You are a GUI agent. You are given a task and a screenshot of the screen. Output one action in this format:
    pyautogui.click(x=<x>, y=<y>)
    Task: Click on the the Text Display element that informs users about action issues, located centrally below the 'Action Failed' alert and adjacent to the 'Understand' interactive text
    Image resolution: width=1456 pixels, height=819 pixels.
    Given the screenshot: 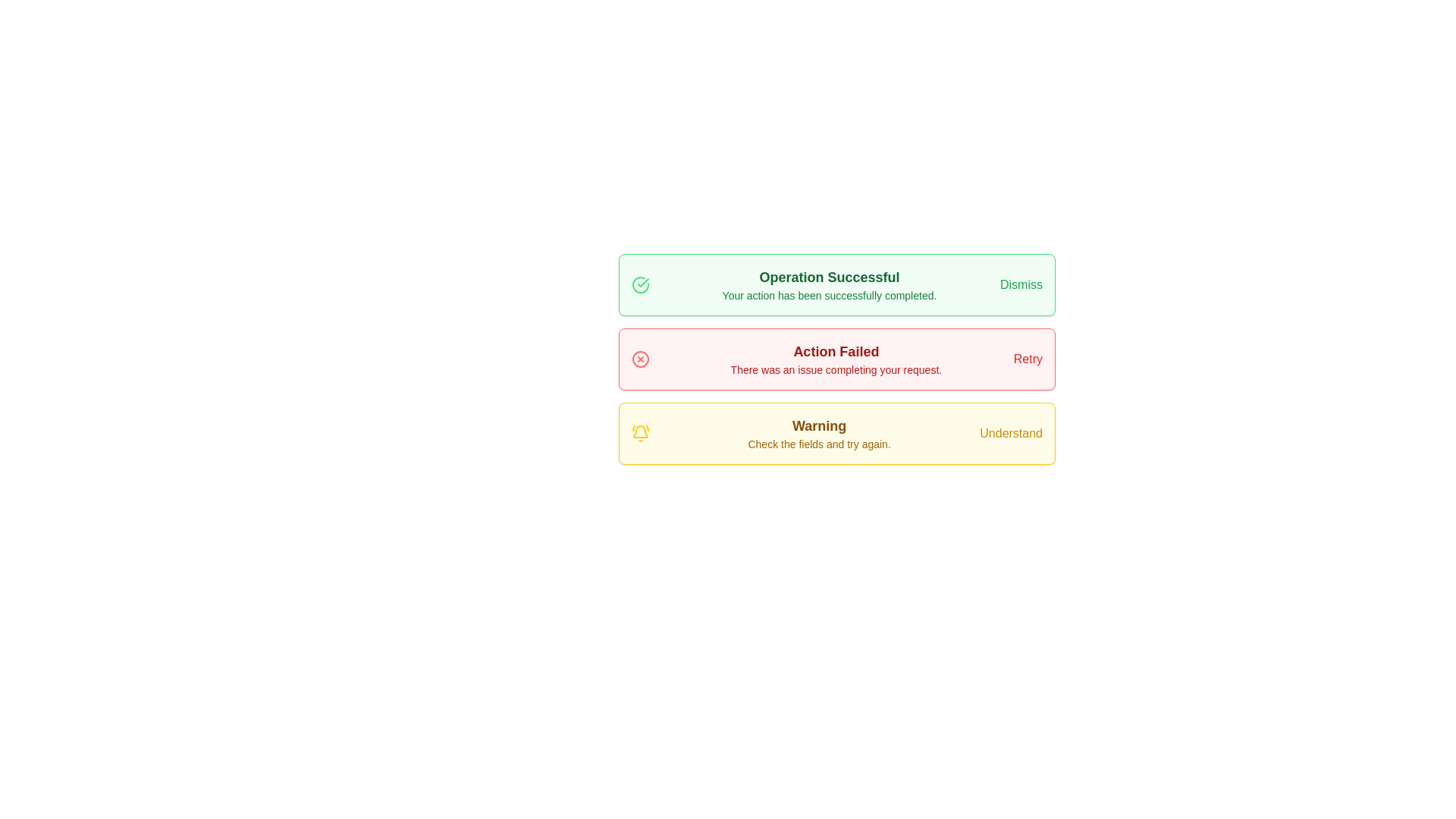 What is the action you would take?
    pyautogui.click(x=818, y=433)
    